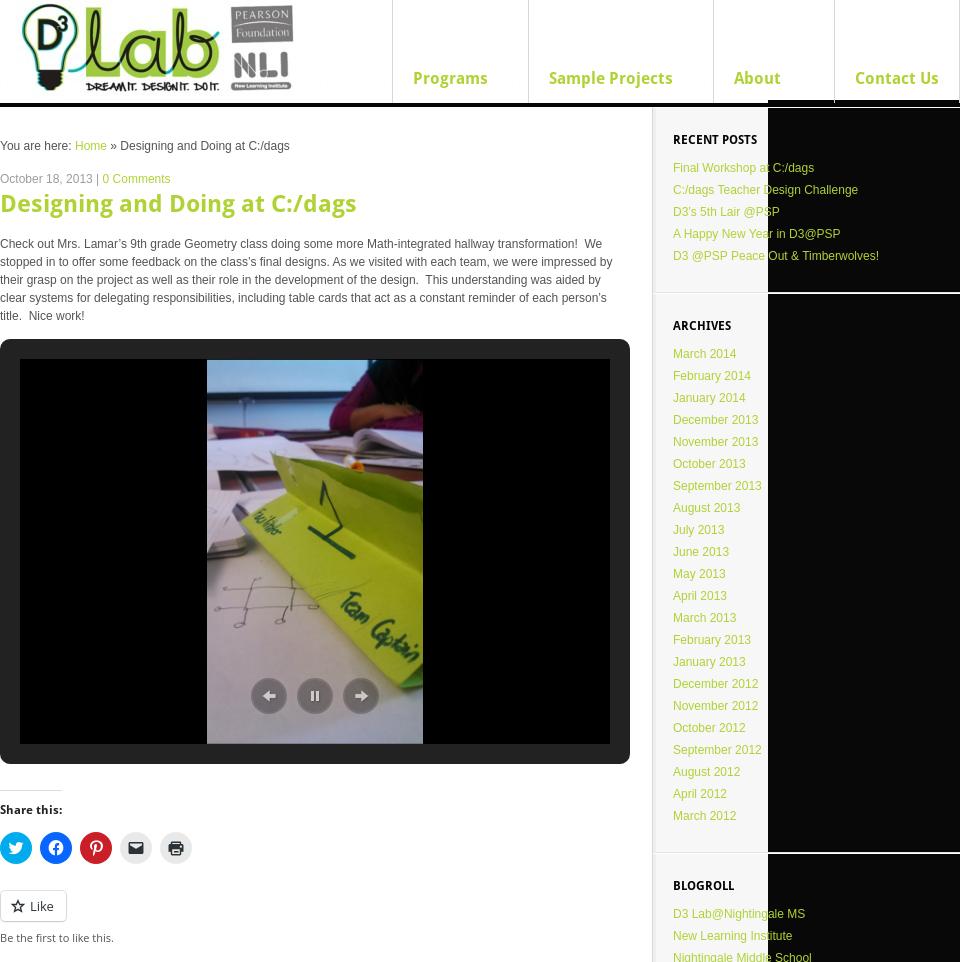 Image resolution: width=960 pixels, height=962 pixels. What do you see at coordinates (708, 661) in the screenshot?
I see `'January 2013'` at bounding box center [708, 661].